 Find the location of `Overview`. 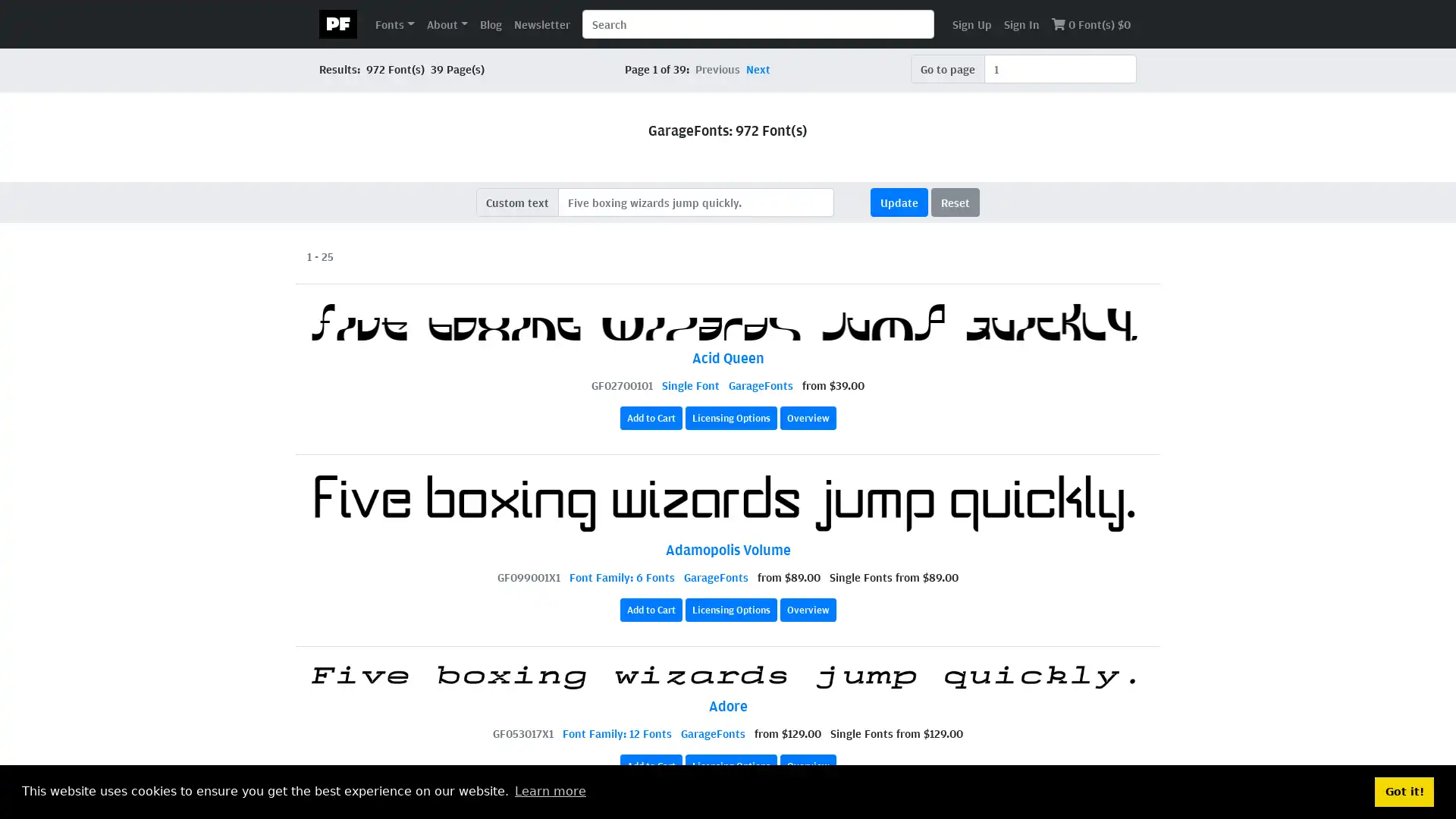

Overview is located at coordinates (807, 417).